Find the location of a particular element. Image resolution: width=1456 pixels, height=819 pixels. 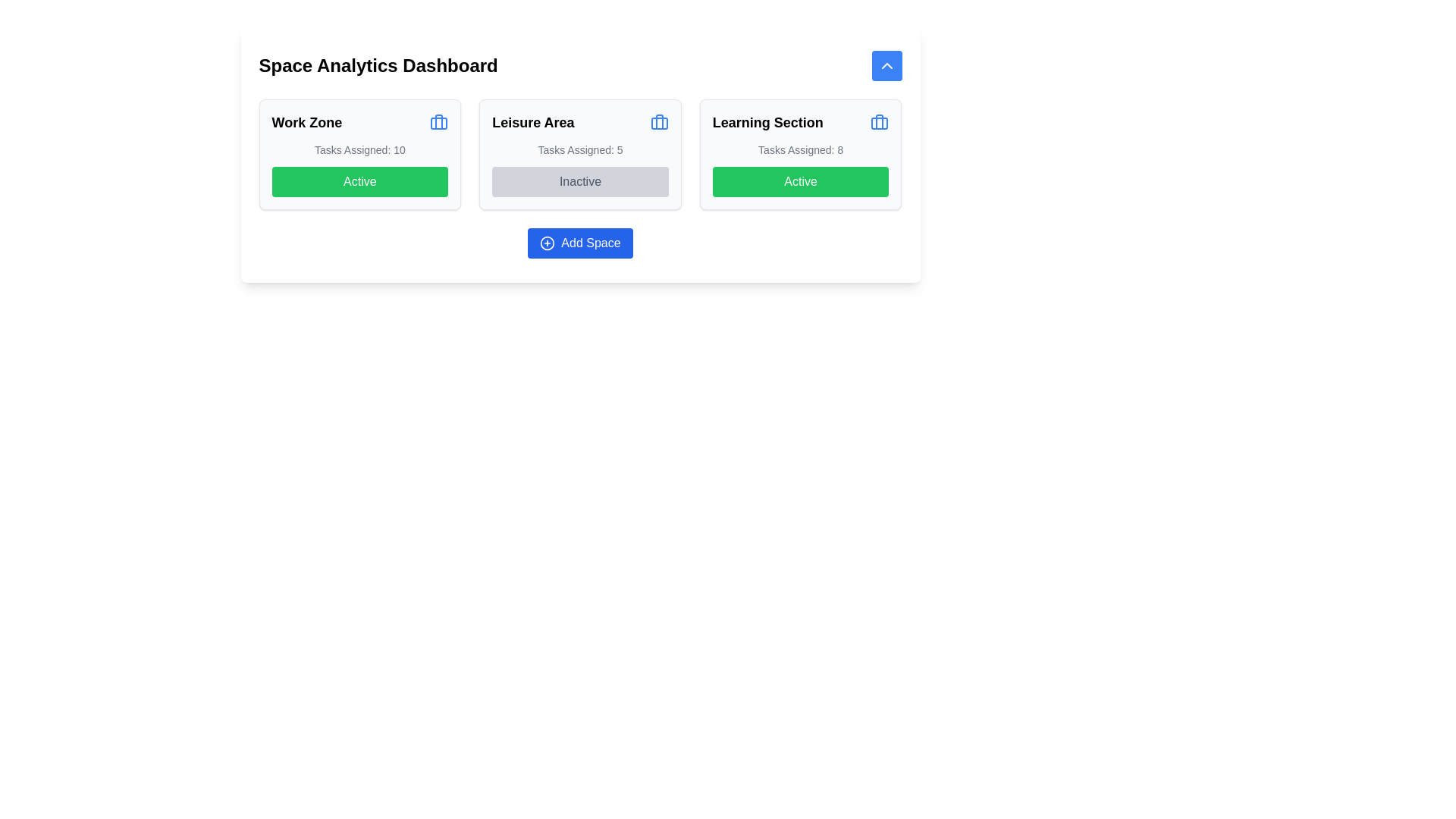

the decorative or functional indicator icon for the 'Learning Section' located at the top-right corner of the panel is located at coordinates (880, 122).